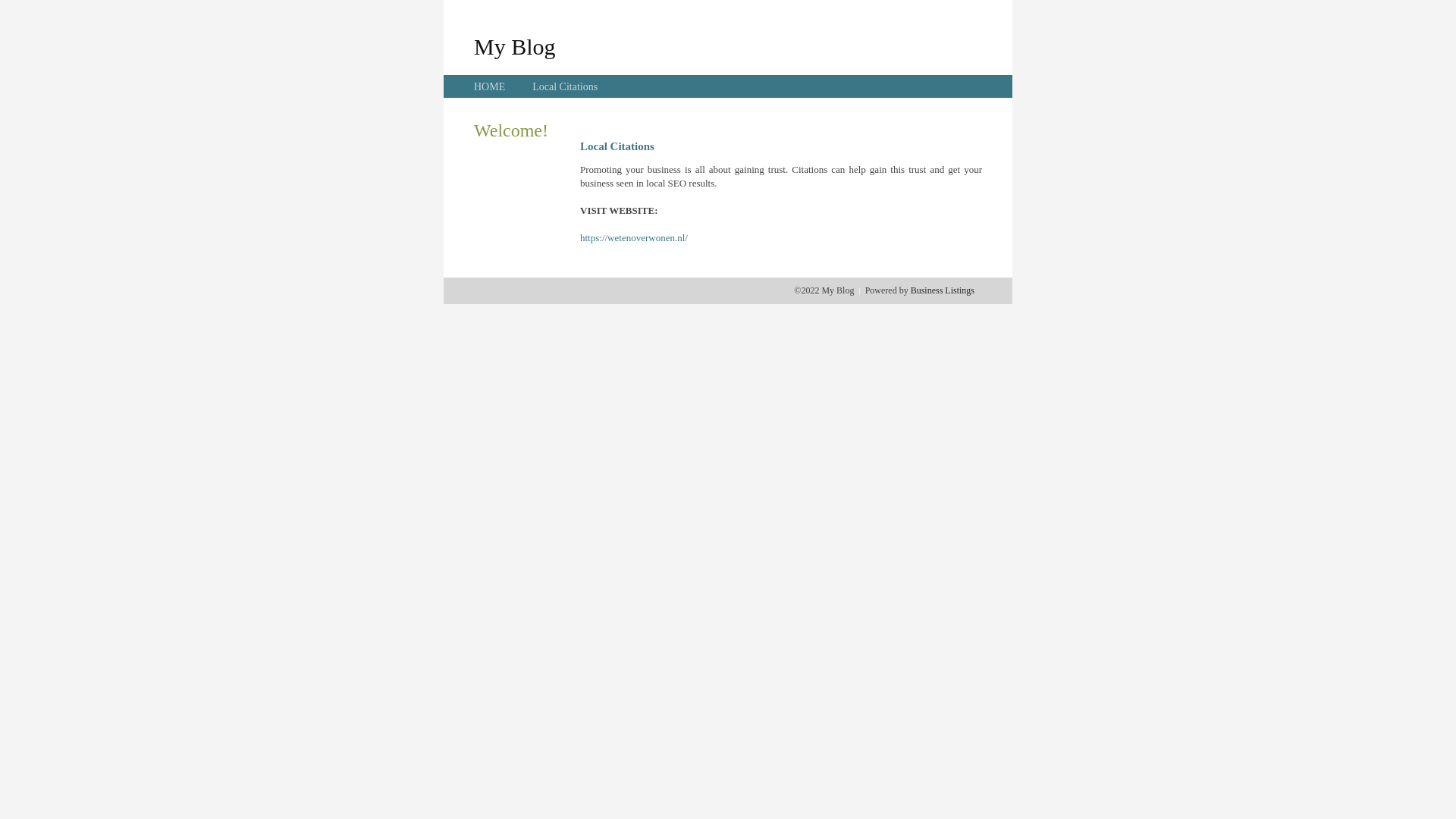 The width and height of the screenshot is (1456, 819). What do you see at coordinates (532, 86) in the screenshot?
I see `'Local Citations'` at bounding box center [532, 86].